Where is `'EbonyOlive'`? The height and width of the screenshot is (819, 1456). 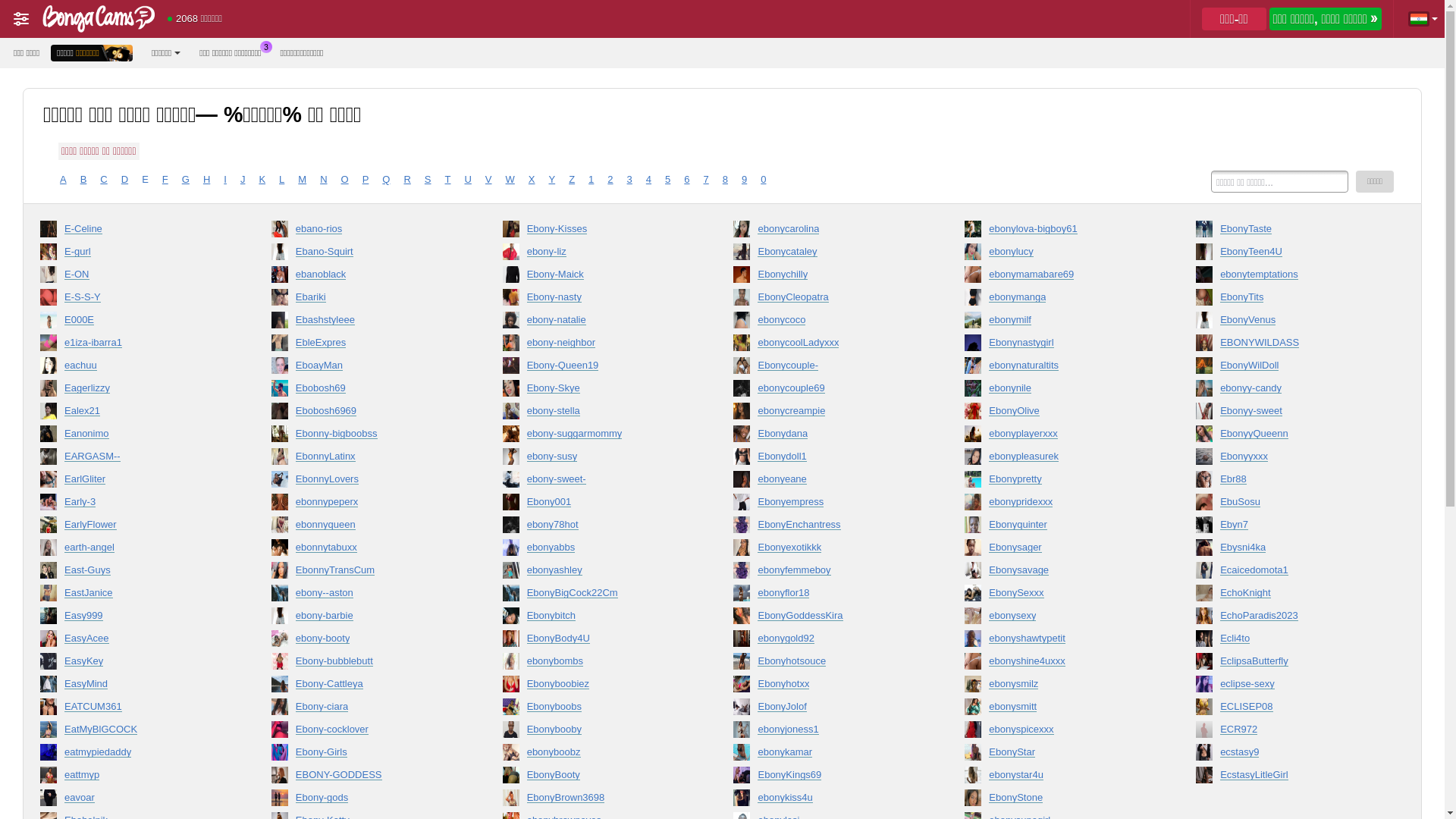 'EbonyOlive' is located at coordinates (964, 414).